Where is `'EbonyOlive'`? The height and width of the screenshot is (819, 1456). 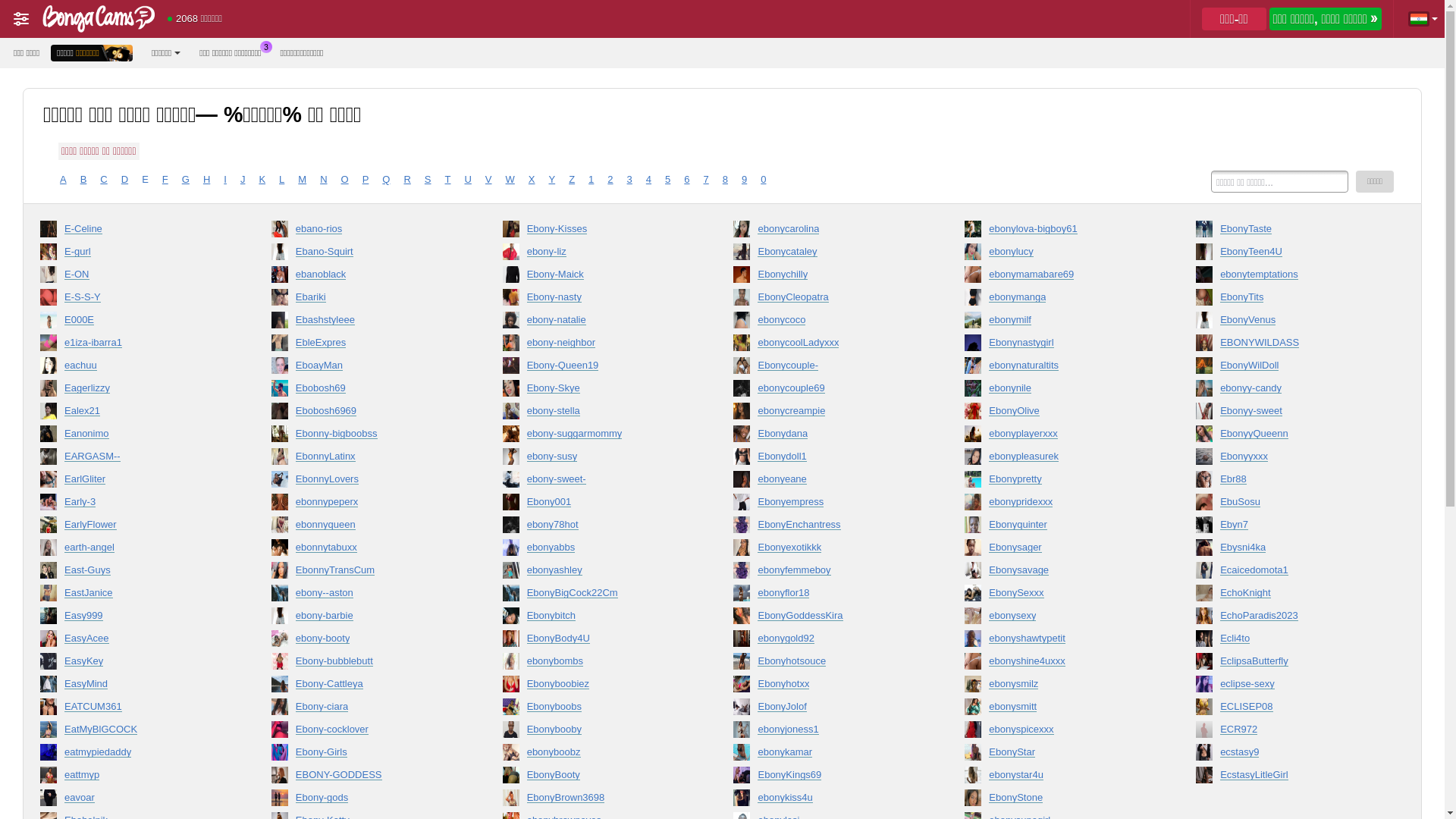 'EbonyOlive' is located at coordinates (964, 414).